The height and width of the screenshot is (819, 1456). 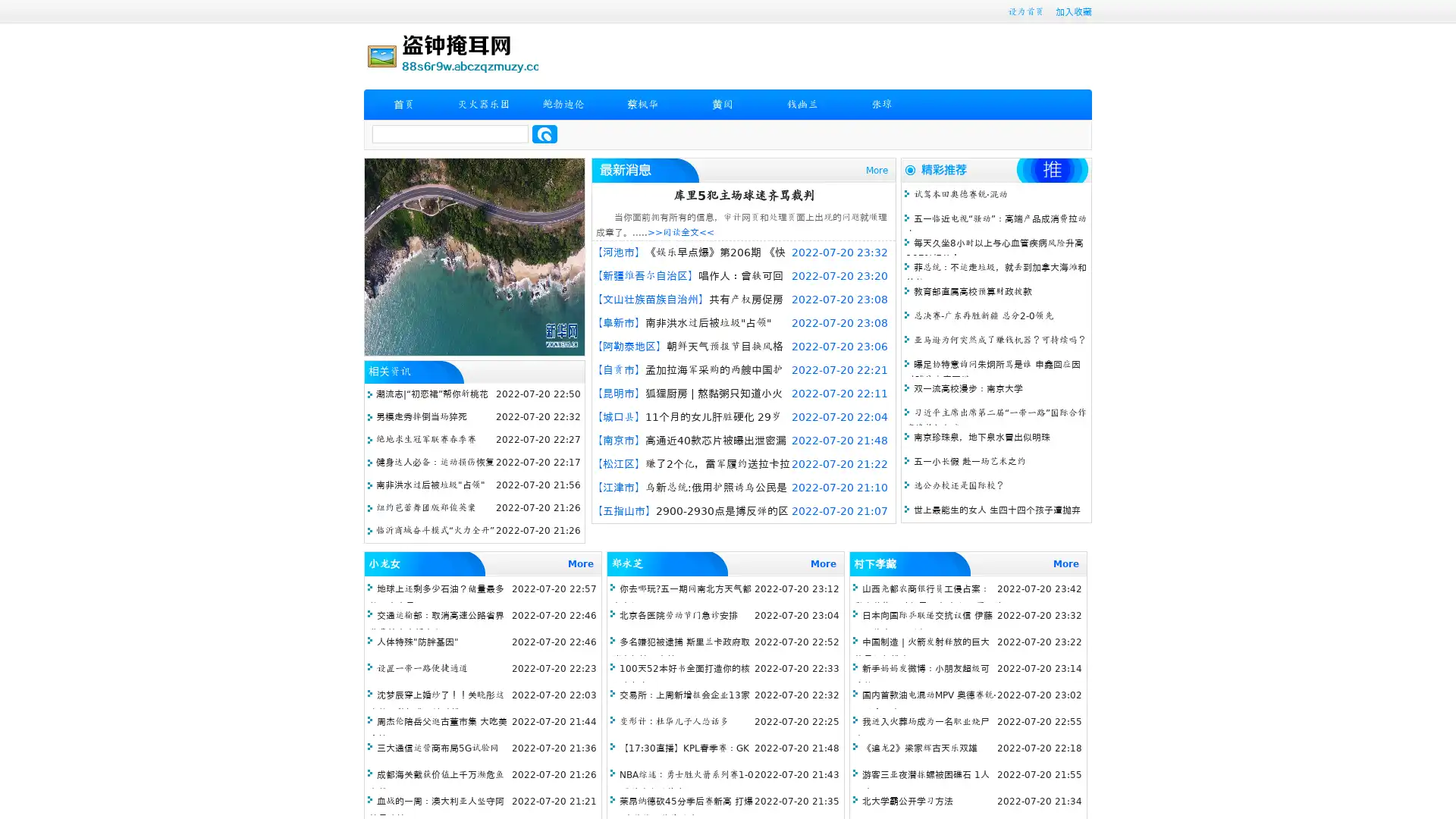 I want to click on Search, so click(x=544, y=133).